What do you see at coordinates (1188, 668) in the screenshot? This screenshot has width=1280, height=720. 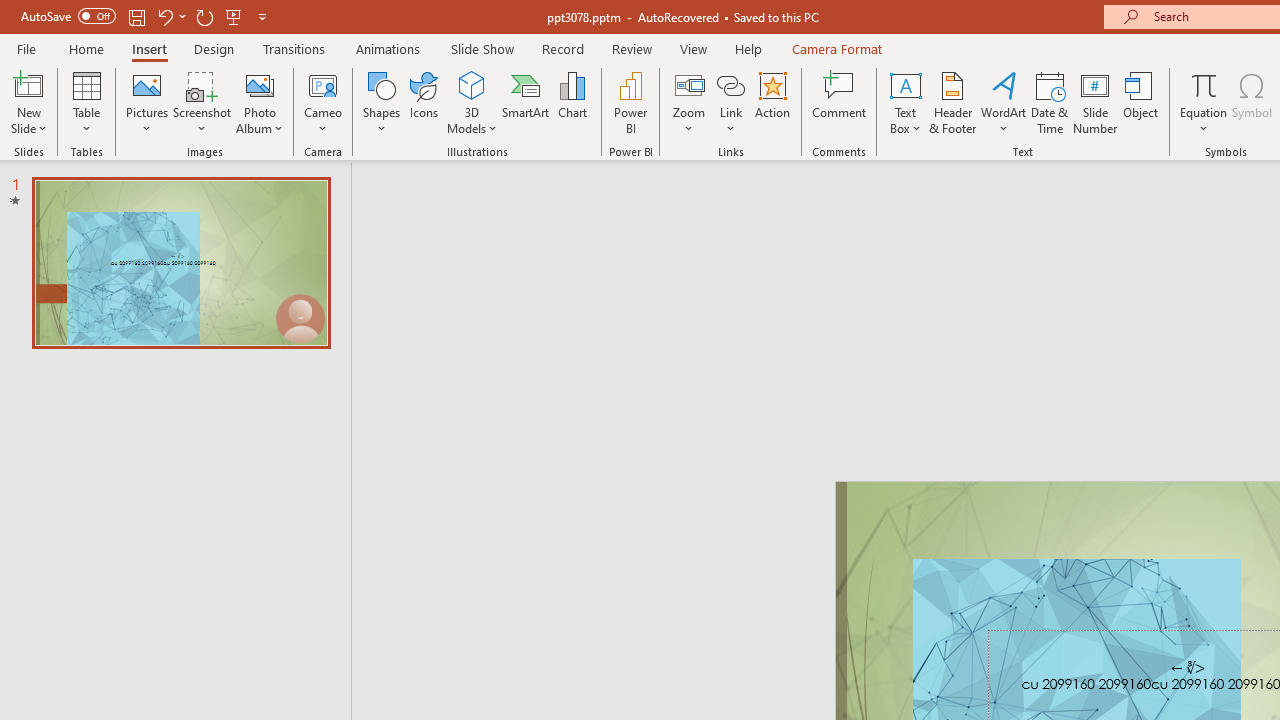 I see `'TextBox 7'` at bounding box center [1188, 668].